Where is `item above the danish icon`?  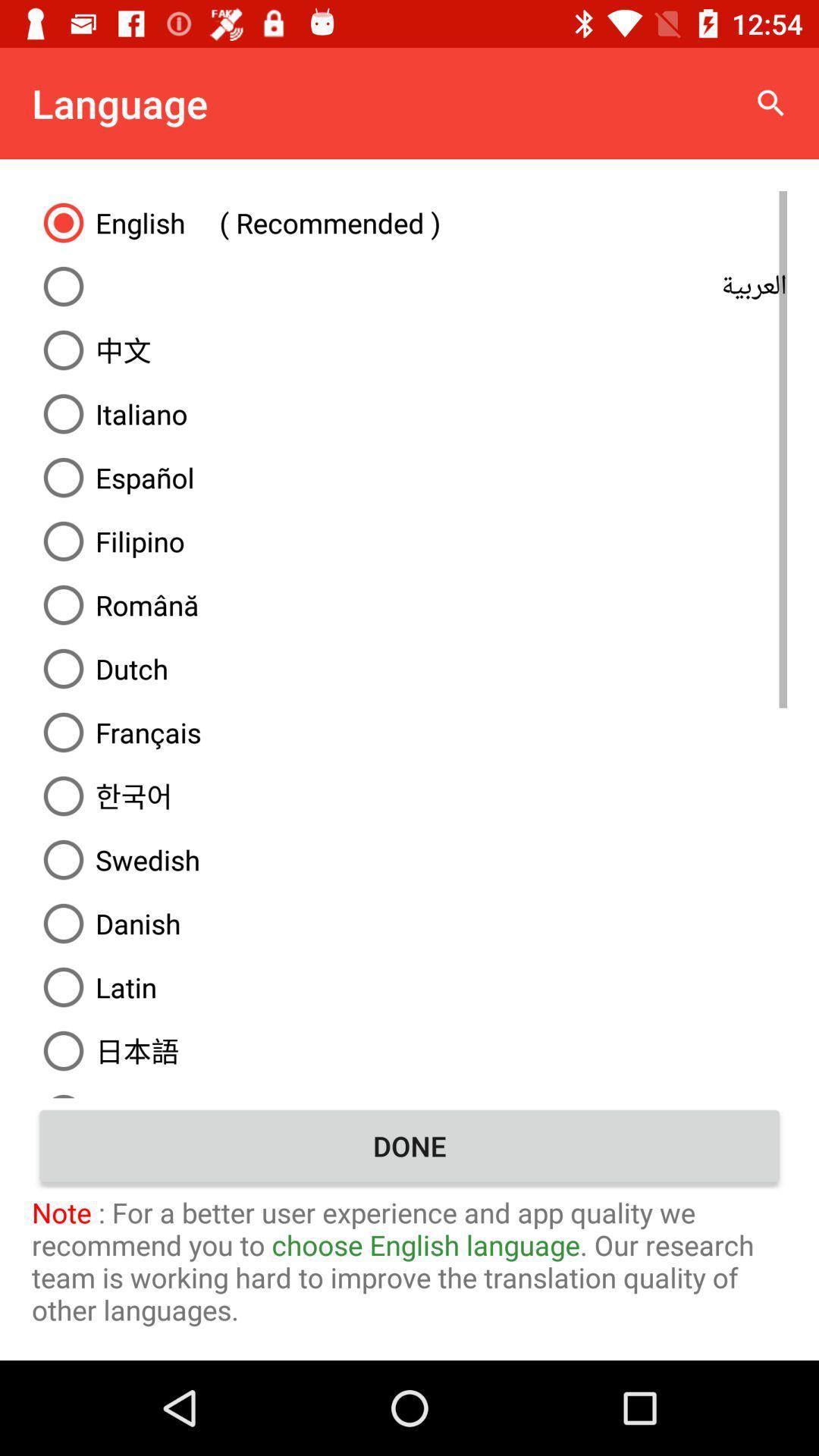 item above the danish icon is located at coordinates (409, 859).